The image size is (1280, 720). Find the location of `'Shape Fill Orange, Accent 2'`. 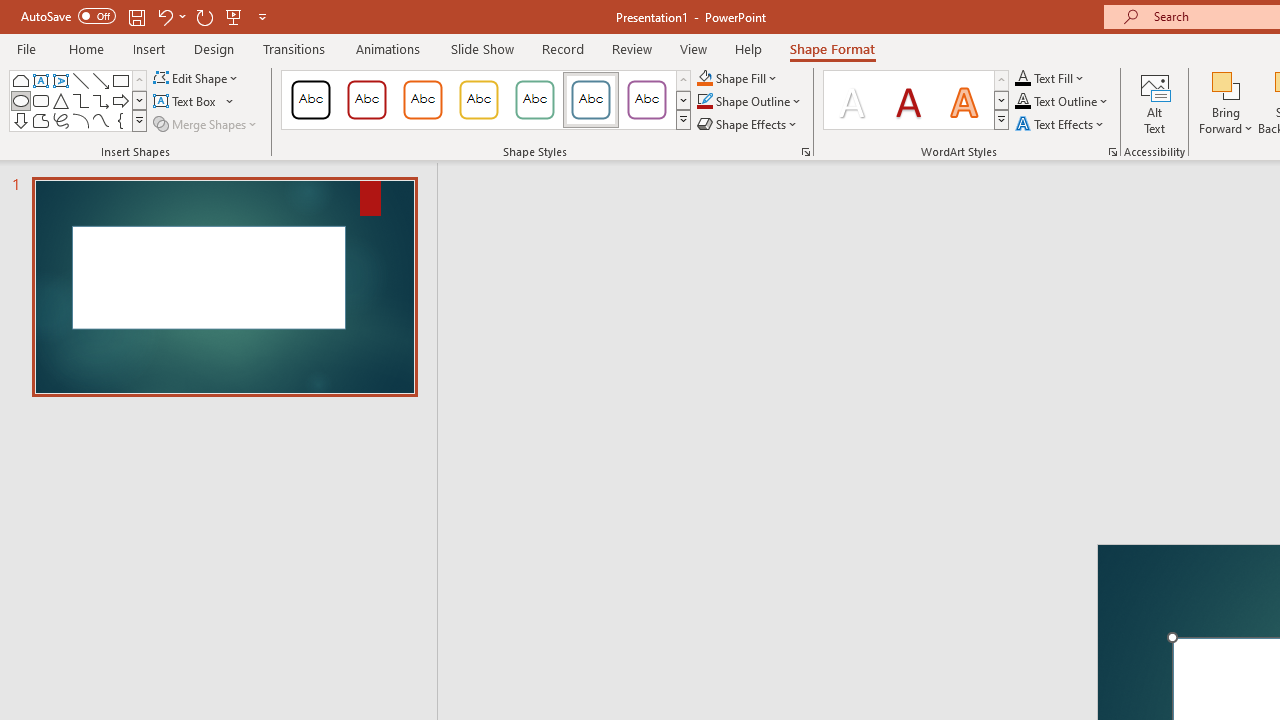

'Shape Fill Orange, Accent 2' is located at coordinates (704, 77).